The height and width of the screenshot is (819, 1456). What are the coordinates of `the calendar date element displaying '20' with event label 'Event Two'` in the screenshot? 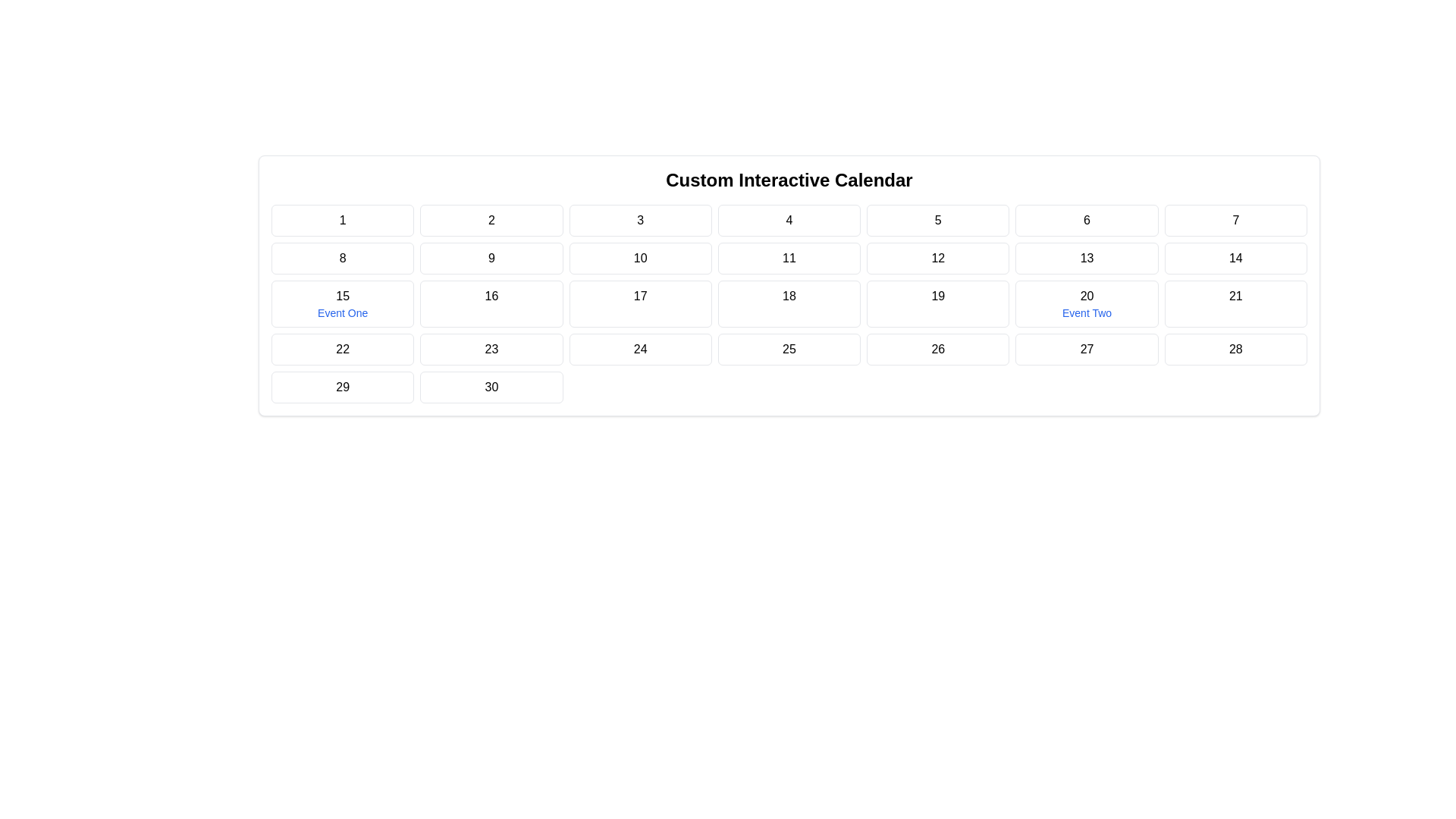 It's located at (1086, 304).